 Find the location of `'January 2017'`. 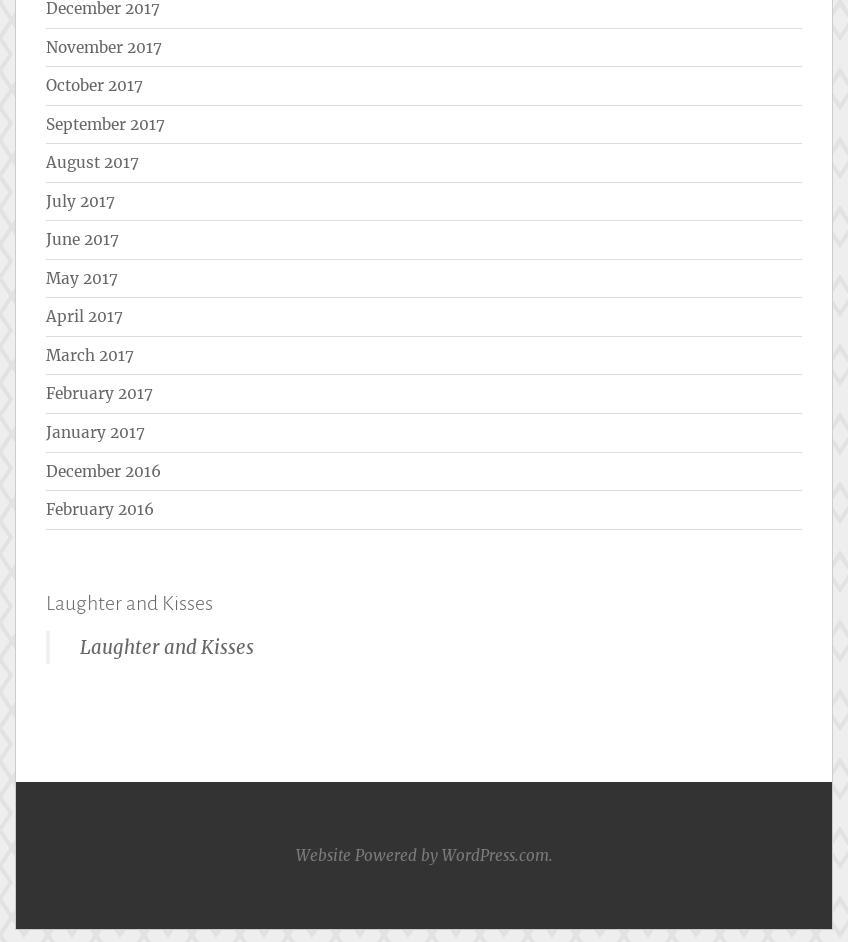

'January 2017' is located at coordinates (95, 431).